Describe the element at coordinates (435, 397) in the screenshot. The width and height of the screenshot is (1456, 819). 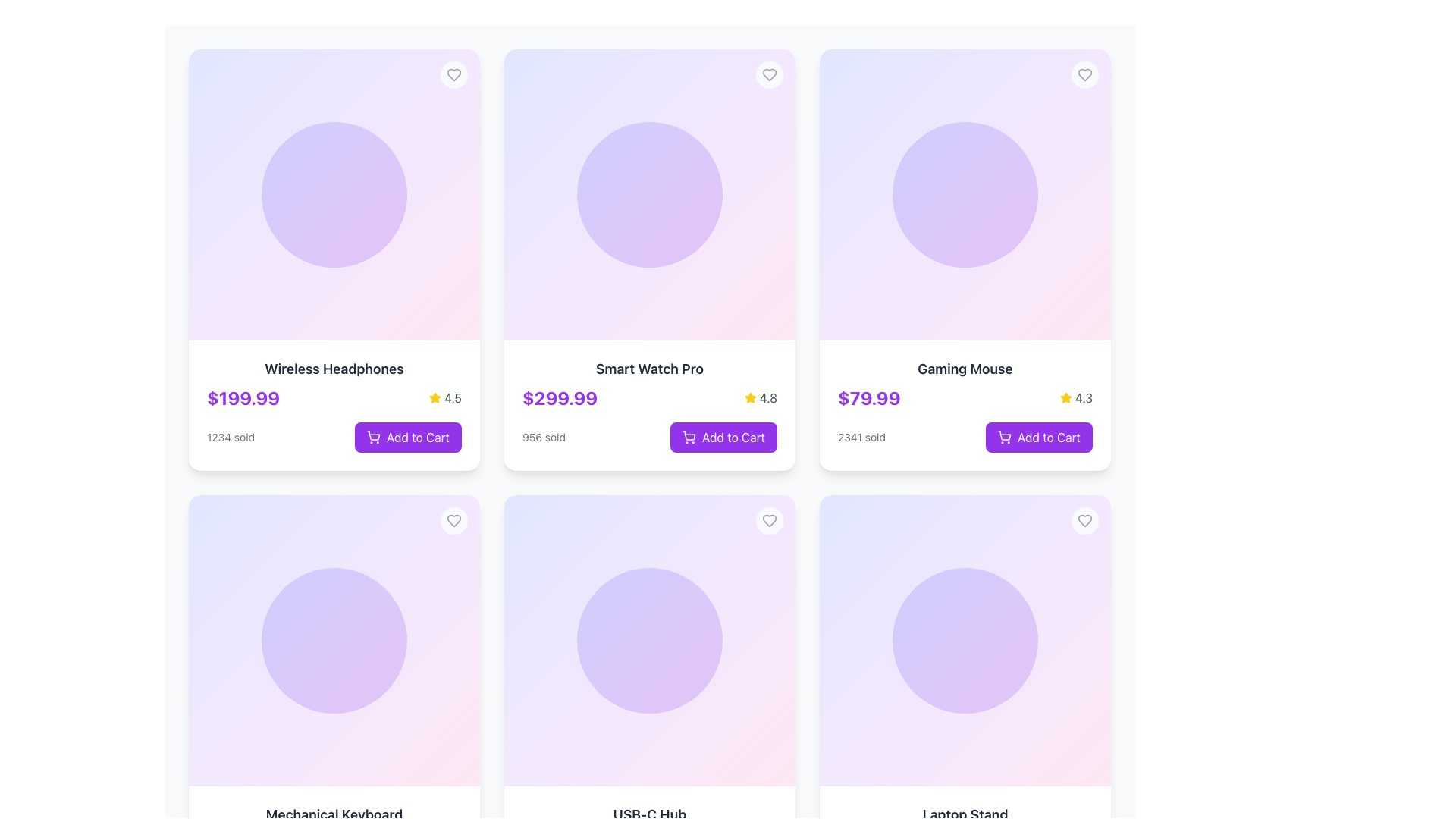
I see `the rating icon located to the left of the numeric rating text '4.5' in the rating section of the product card in the second column of the first row in a grid layout` at that location.